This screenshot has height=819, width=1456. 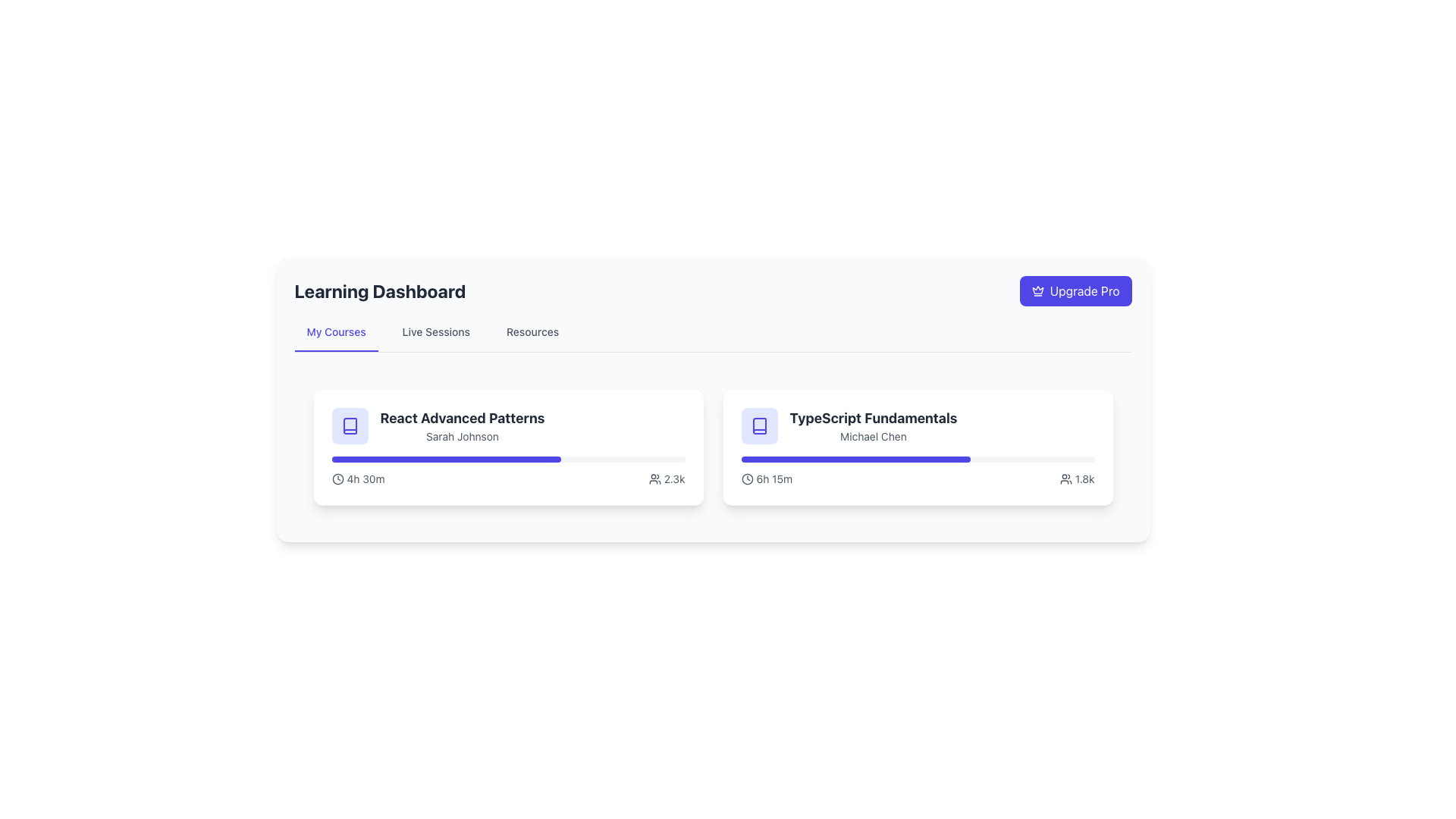 I want to click on the progress bar representing the completion of the 'React Advanced Patterns' course located in the left card of the 'My Courses' section, positioned below the course title, so click(x=508, y=458).